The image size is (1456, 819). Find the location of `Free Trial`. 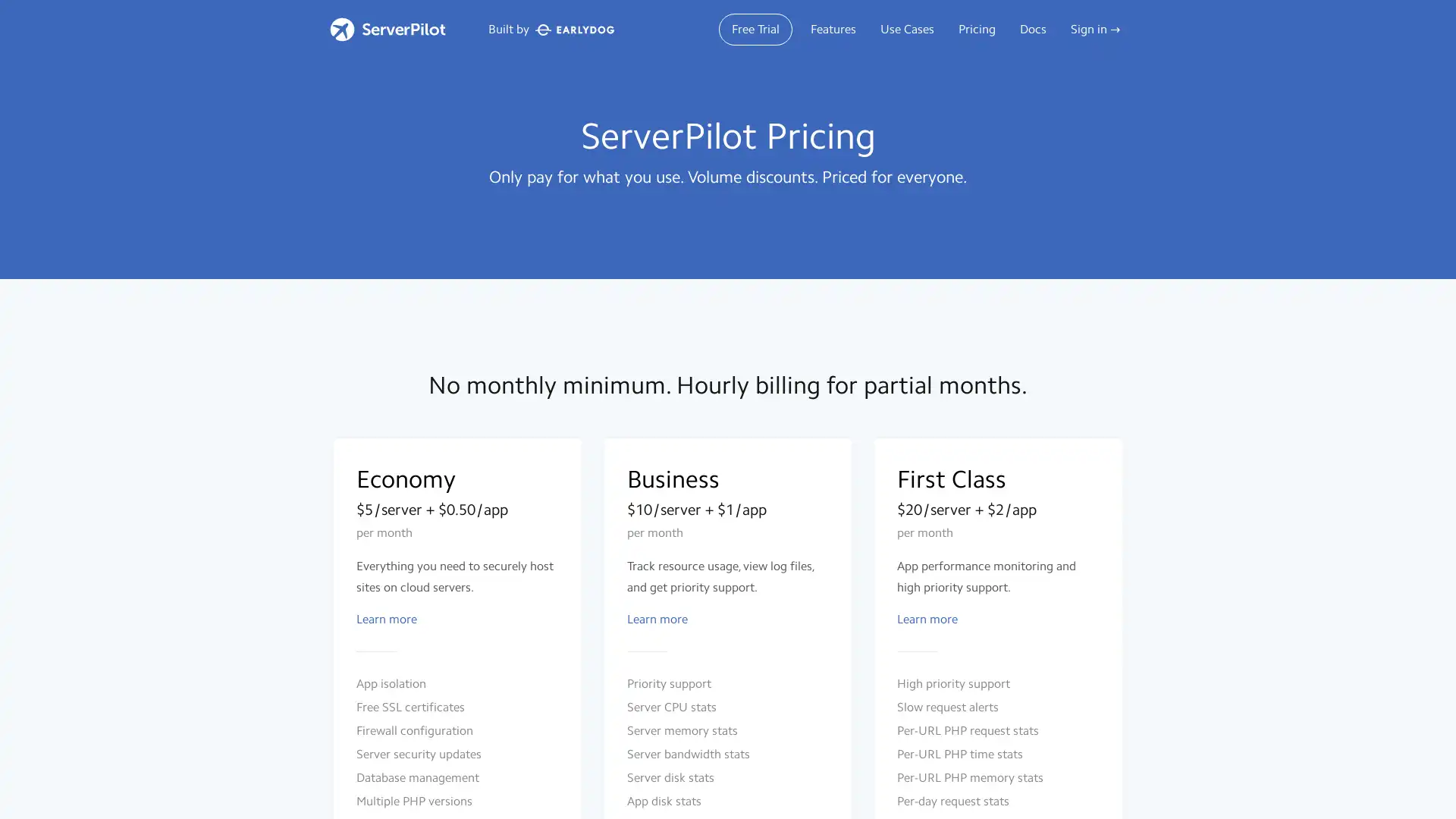

Free Trial is located at coordinates (755, 29).